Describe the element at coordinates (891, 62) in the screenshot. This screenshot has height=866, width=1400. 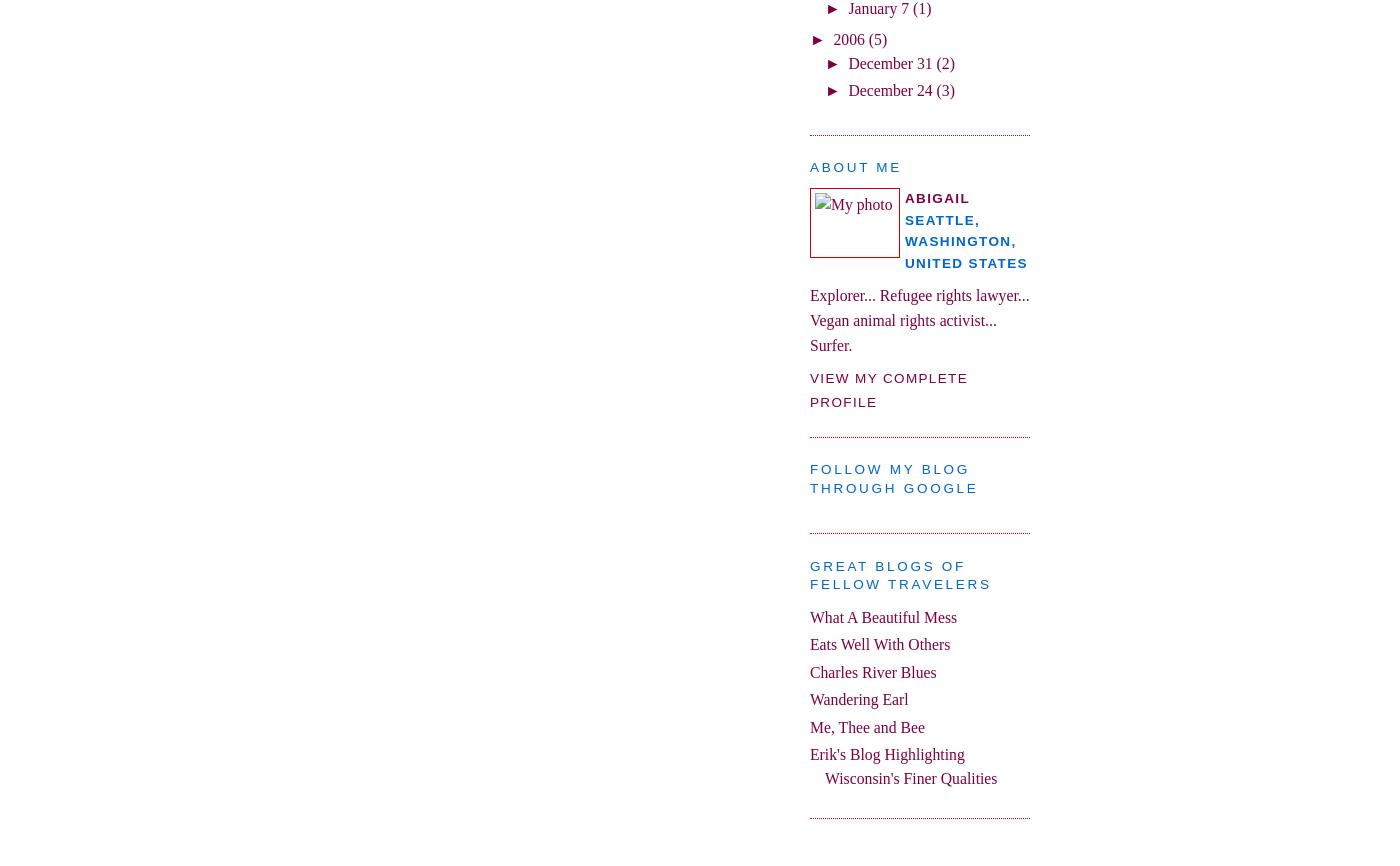
I see `'December 31'` at that location.